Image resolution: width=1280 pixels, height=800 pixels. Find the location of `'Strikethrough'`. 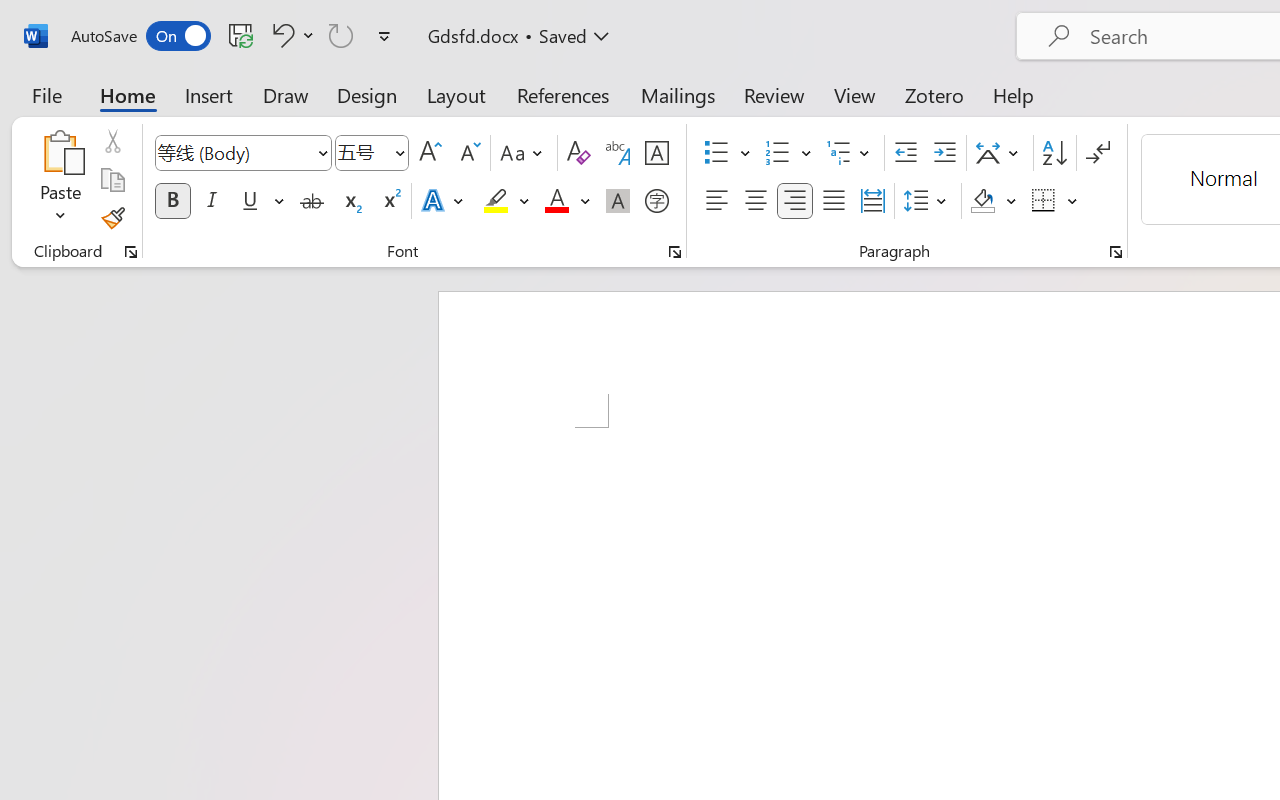

'Strikethrough' is located at coordinates (311, 201).